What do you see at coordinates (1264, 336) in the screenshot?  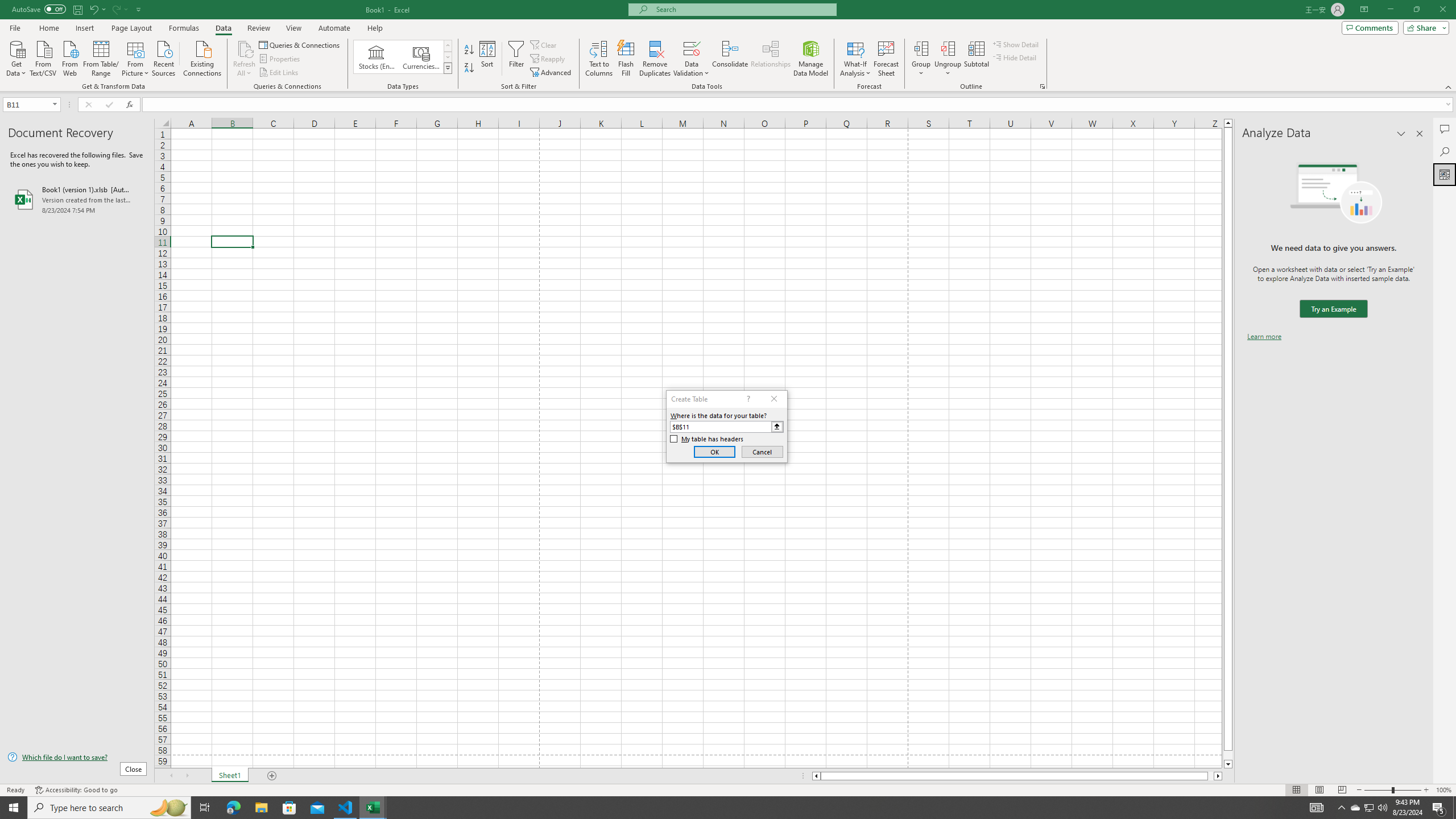 I see `'Learn more'` at bounding box center [1264, 336].